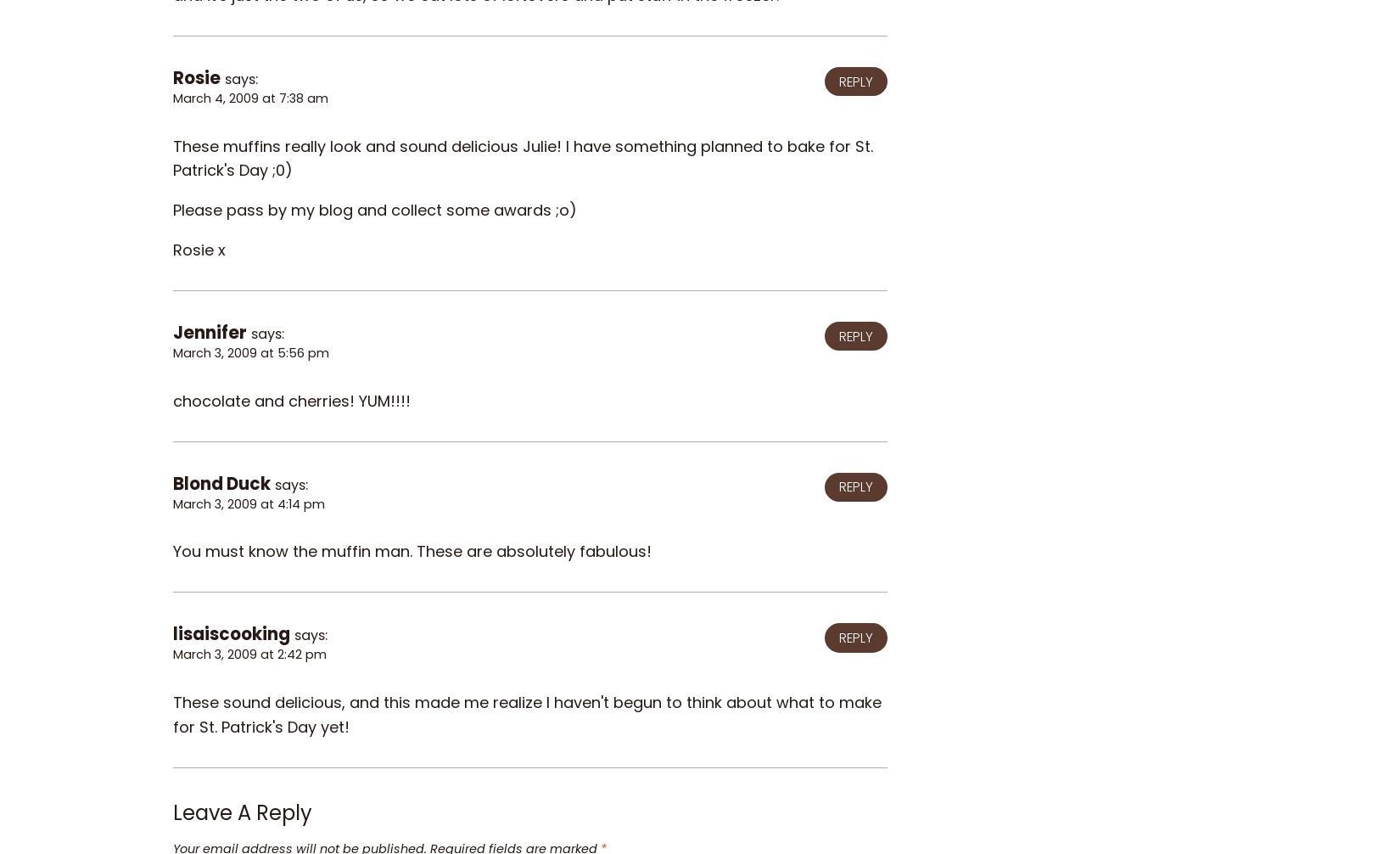 This screenshot has width=1400, height=854. I want to click on 'March 3, 2009 at 2:42 pm', so click(249, 653).